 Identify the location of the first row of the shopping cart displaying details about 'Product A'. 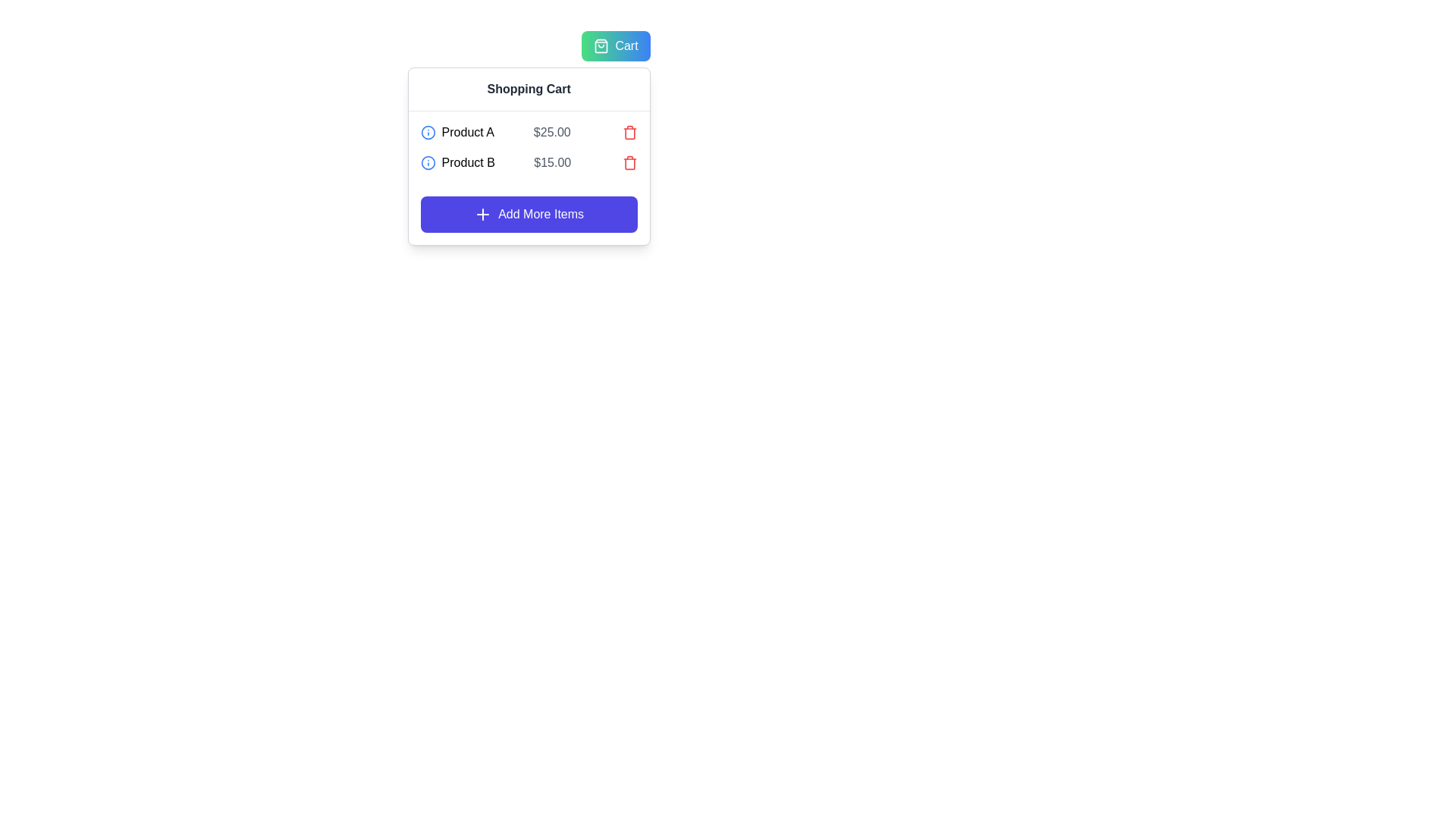
(529, 131).